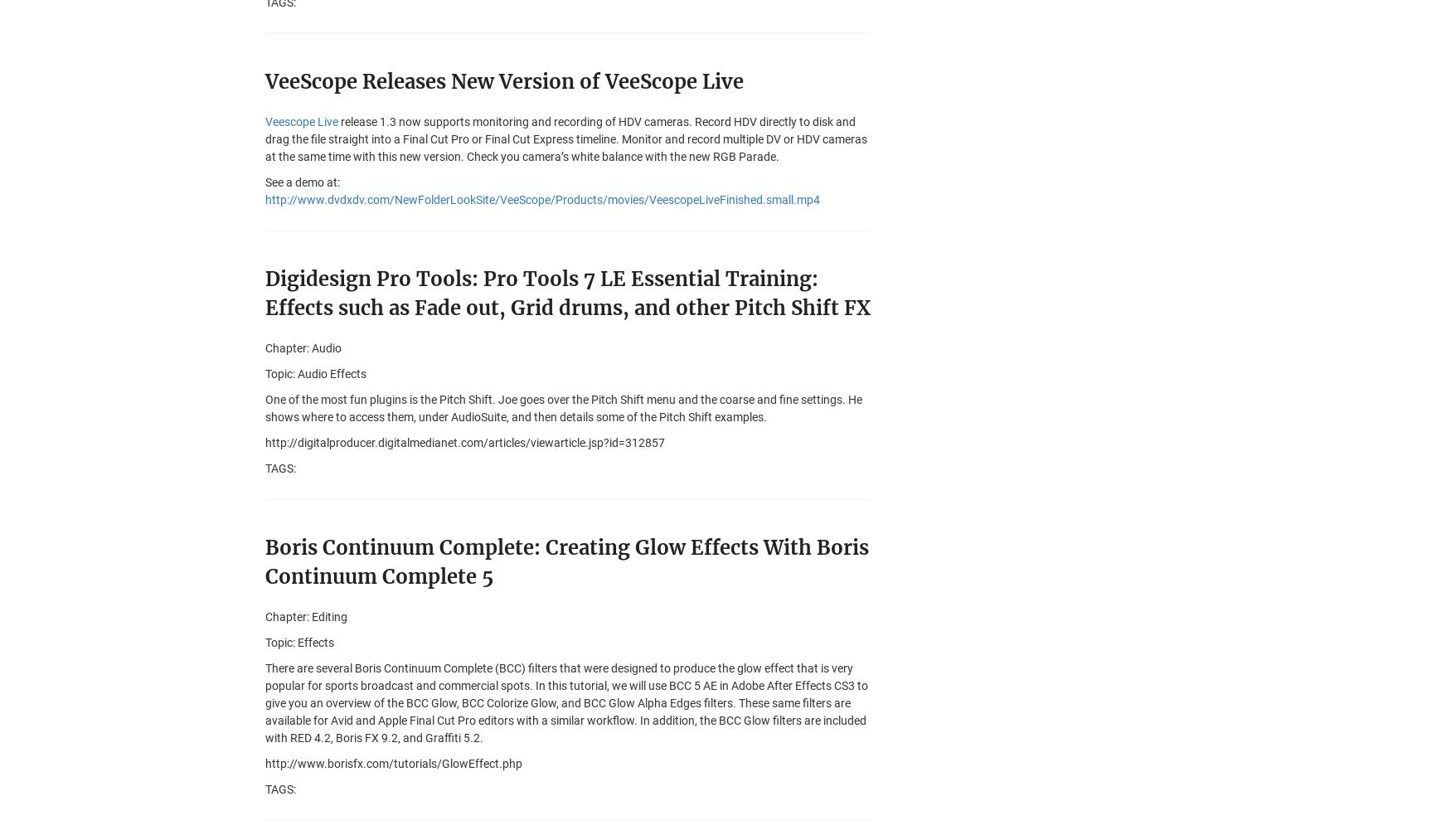  What do you see at coordinates (265, 616) in the screenshot?
I see `'Chapter: Editing'` at bounding box center [265, 616].